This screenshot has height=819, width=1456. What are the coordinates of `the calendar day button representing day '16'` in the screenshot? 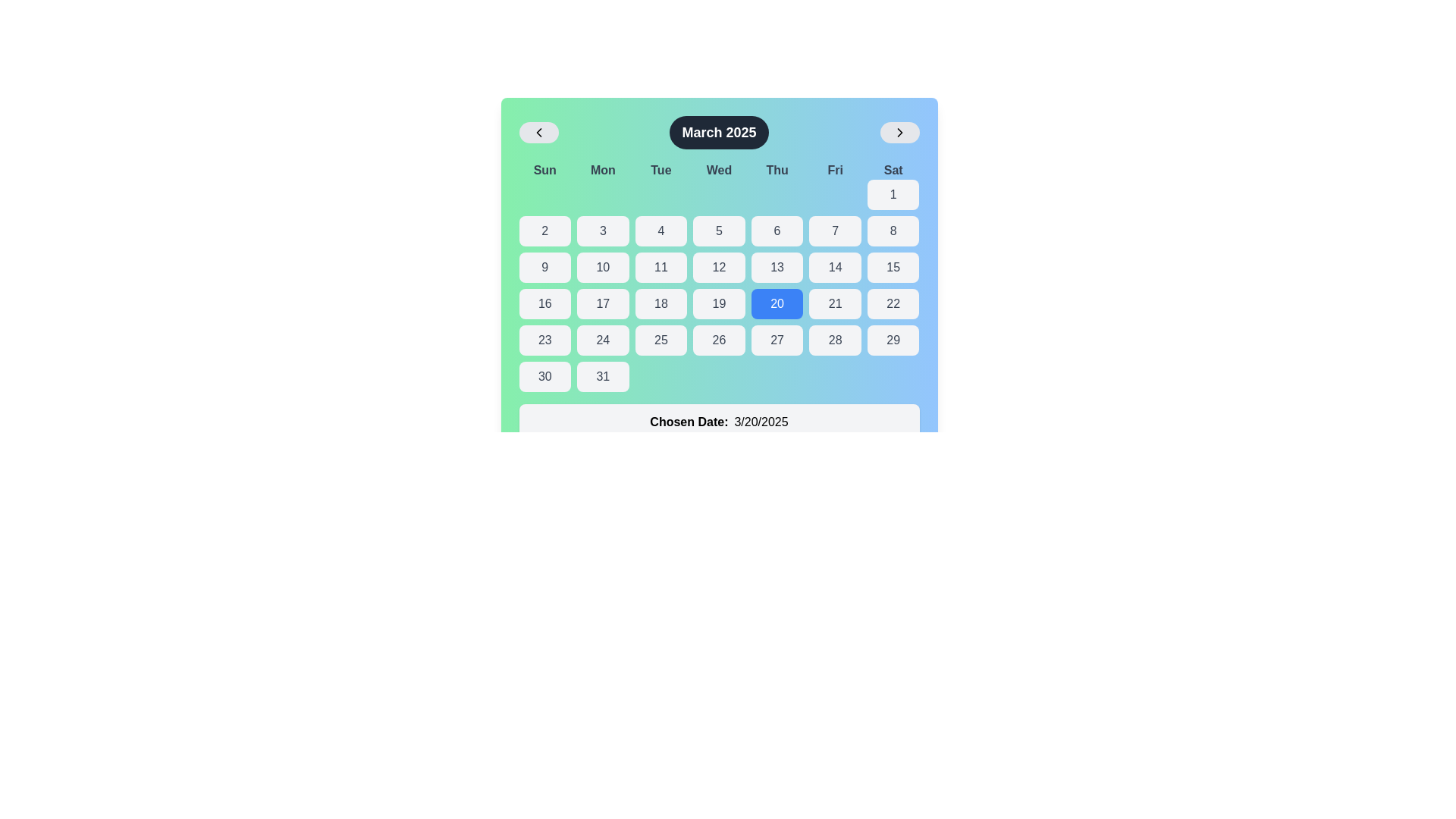 It's located at (544, 304).